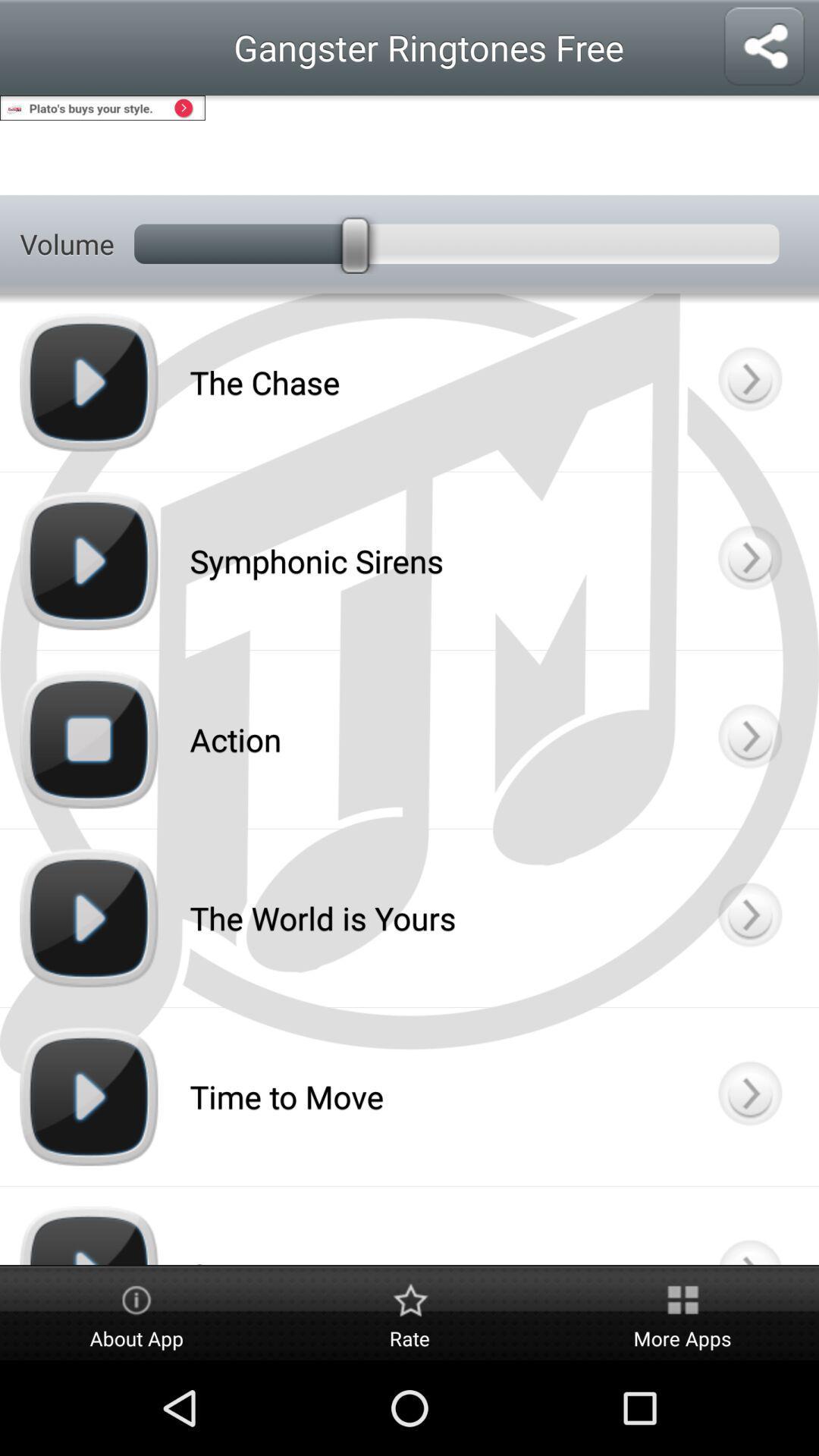 Image resolution: width=819 pixels, height=1456 pixels. What do you see at coordinates (748, 739) in the screenshot?
I see `go next` at bounding box center [748, 739].